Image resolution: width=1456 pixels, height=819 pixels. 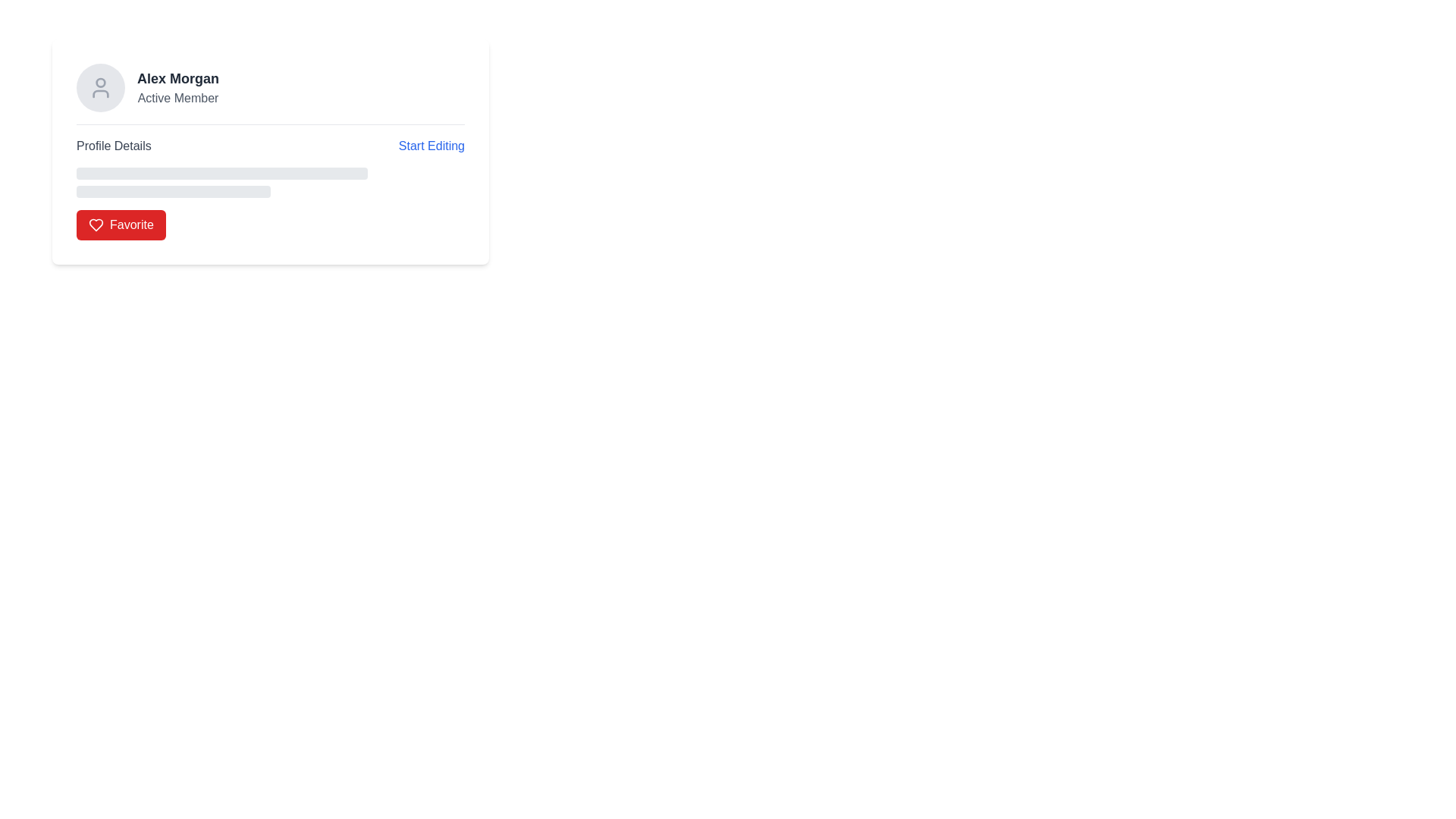 I want to click on the animated loading placeholder, which is positioned below the heading 'Profile Details' and above the red 'Favorite' button, so click(x=270, y=181).